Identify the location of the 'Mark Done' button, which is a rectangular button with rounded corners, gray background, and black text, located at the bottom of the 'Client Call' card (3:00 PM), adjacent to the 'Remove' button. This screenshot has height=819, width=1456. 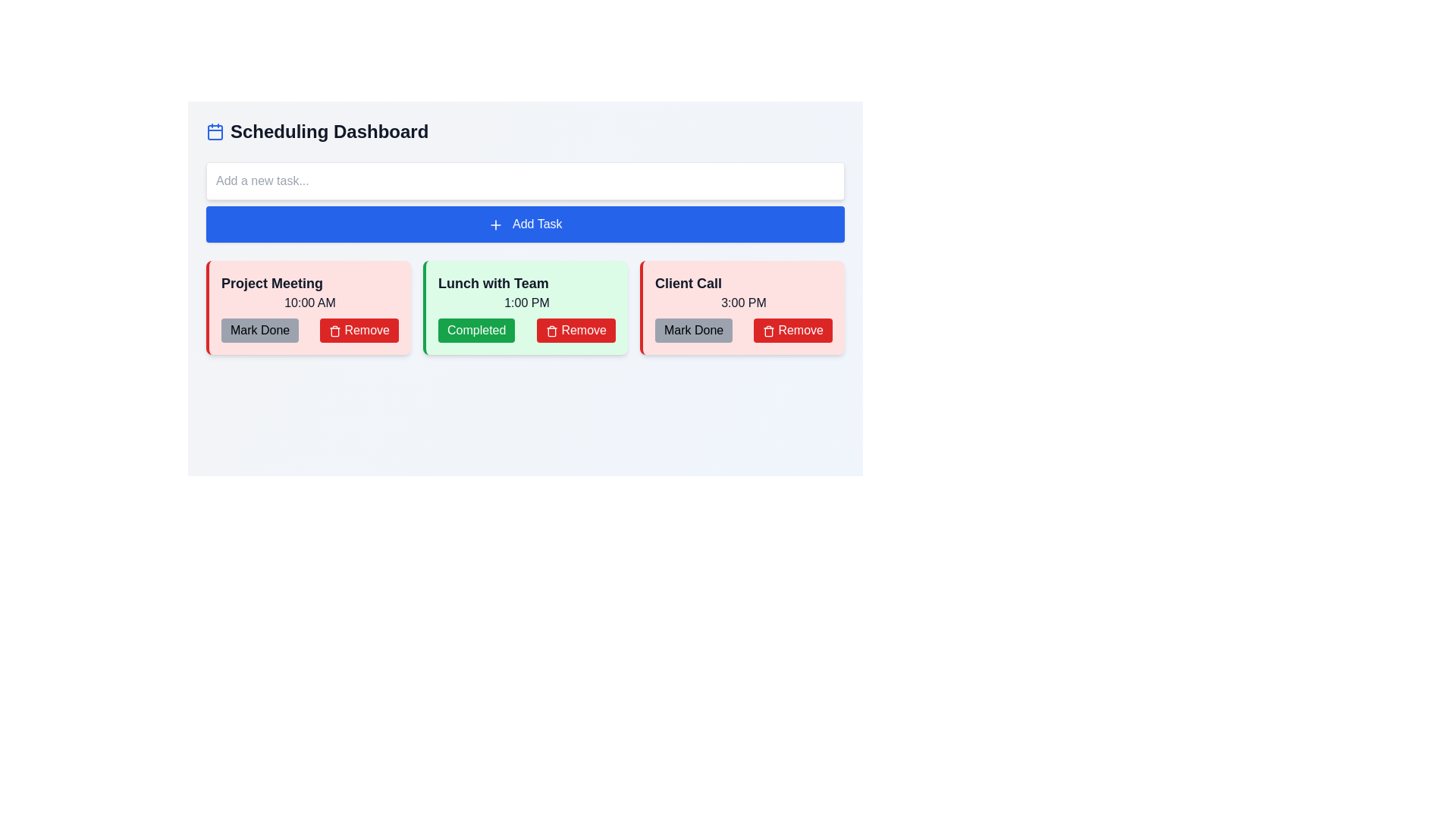
(693, 329).